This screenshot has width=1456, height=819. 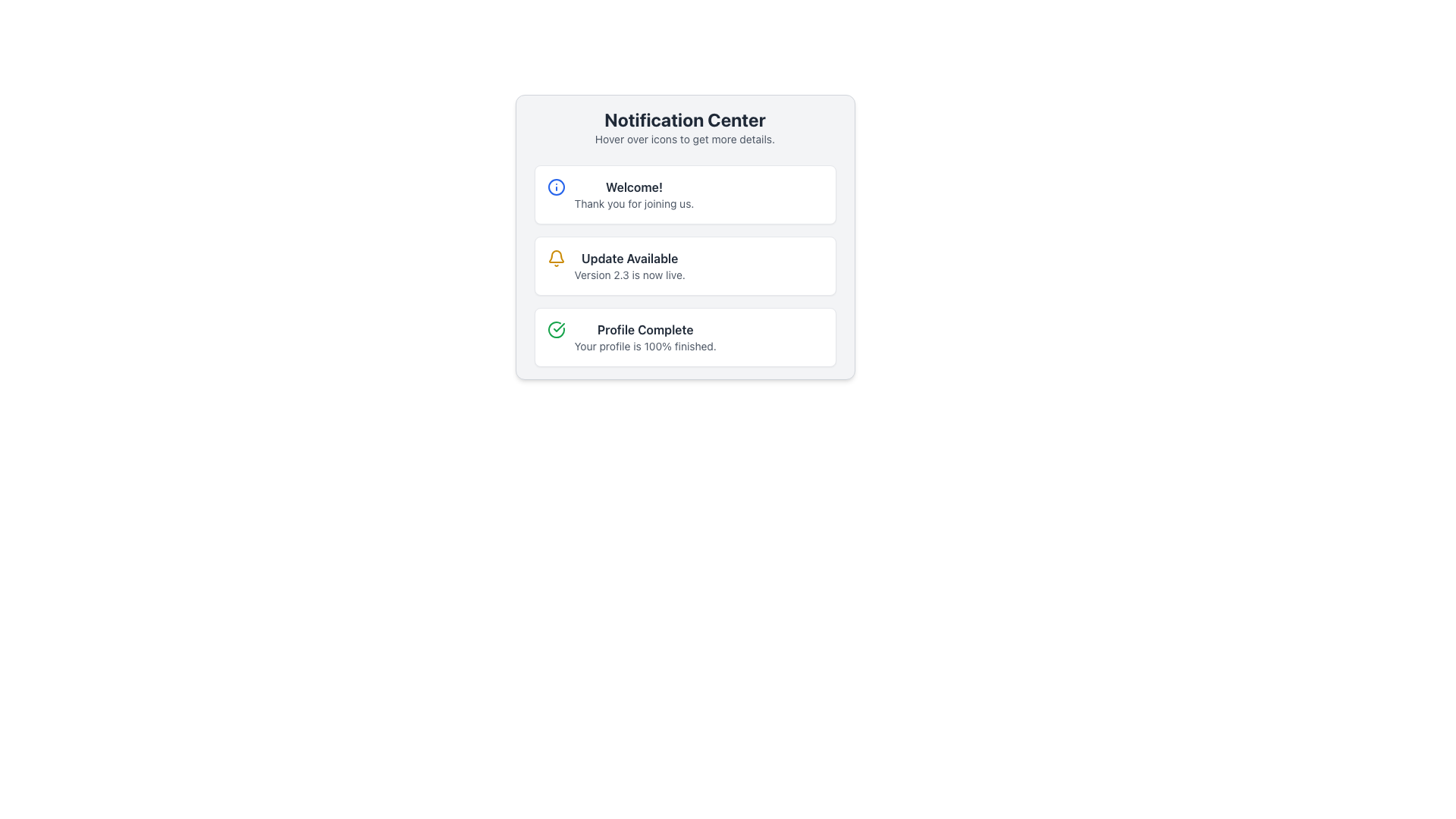 I want to click on static text element that displays 'Thank you for joining us.' located below the 'Welcome!' heading in the notification center, so click(x=634, y=203).